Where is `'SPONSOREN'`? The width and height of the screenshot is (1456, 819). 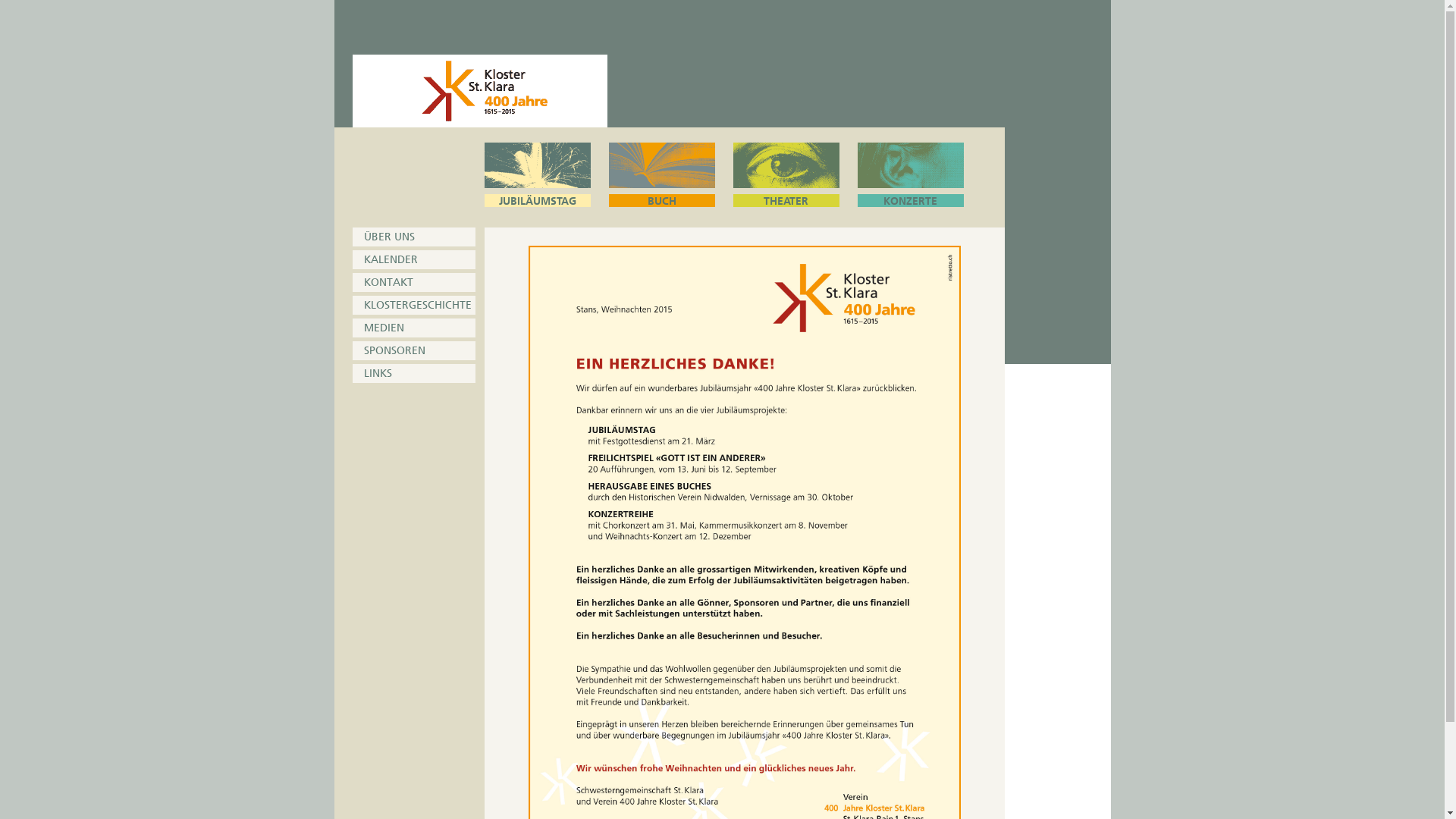 'SPONSOREN' is located at coordinates (413, 350).